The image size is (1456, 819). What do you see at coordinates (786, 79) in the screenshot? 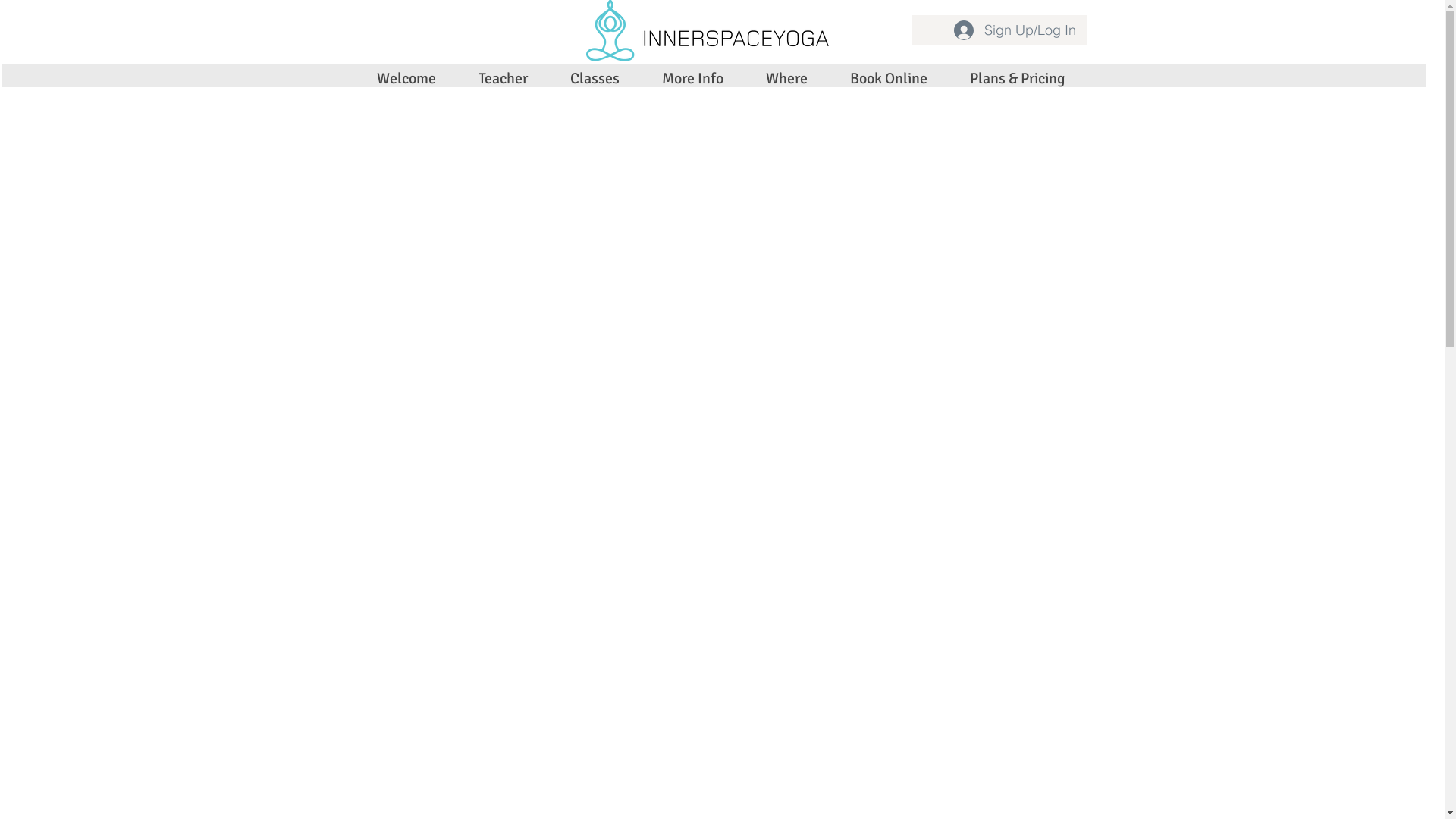
I see `'Where'` at bounding box center [786, 79].